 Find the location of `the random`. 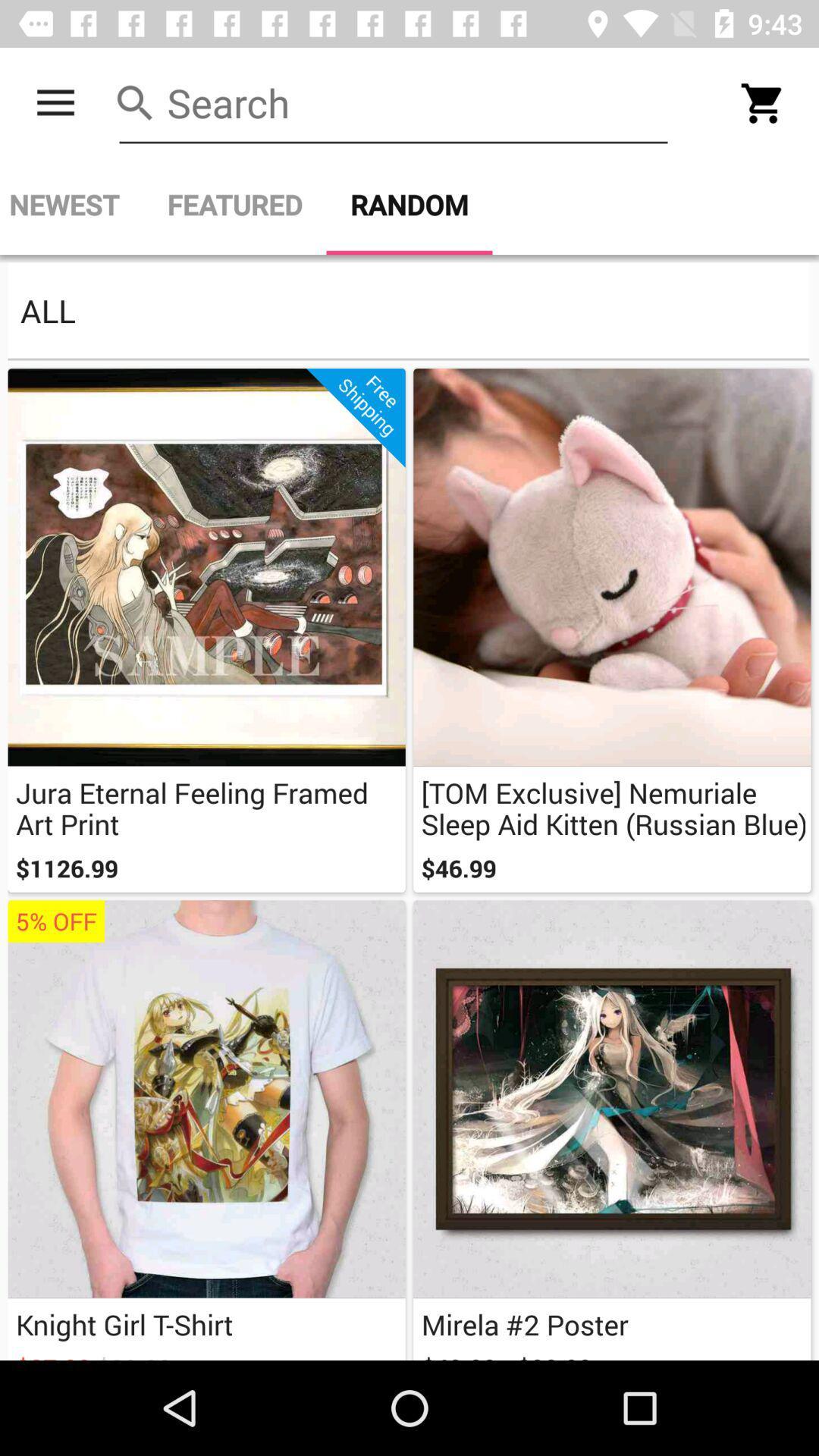

the random is located at coordinates (409, 204).